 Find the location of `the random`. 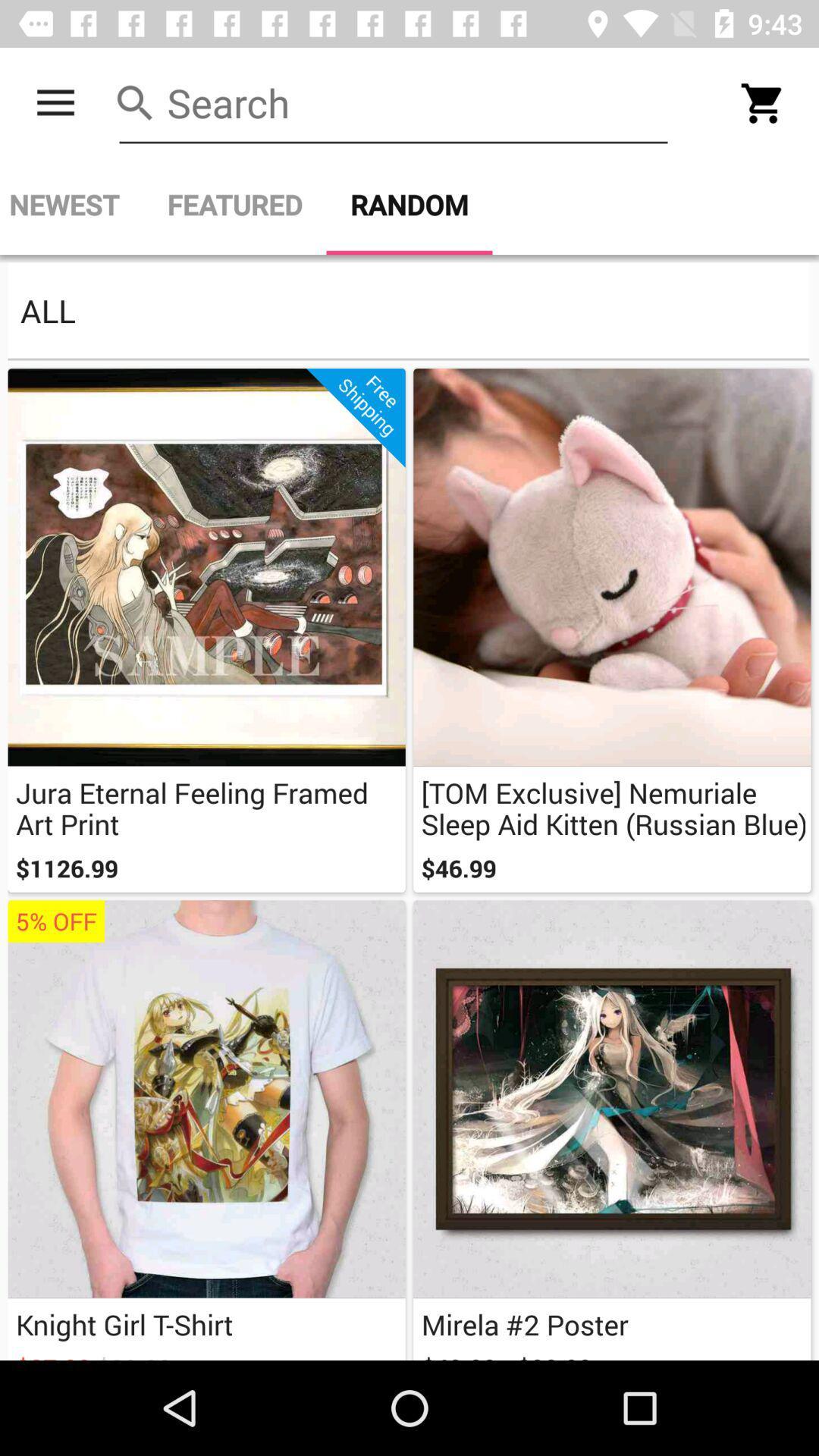

the random is located at coordinates (409, 204).